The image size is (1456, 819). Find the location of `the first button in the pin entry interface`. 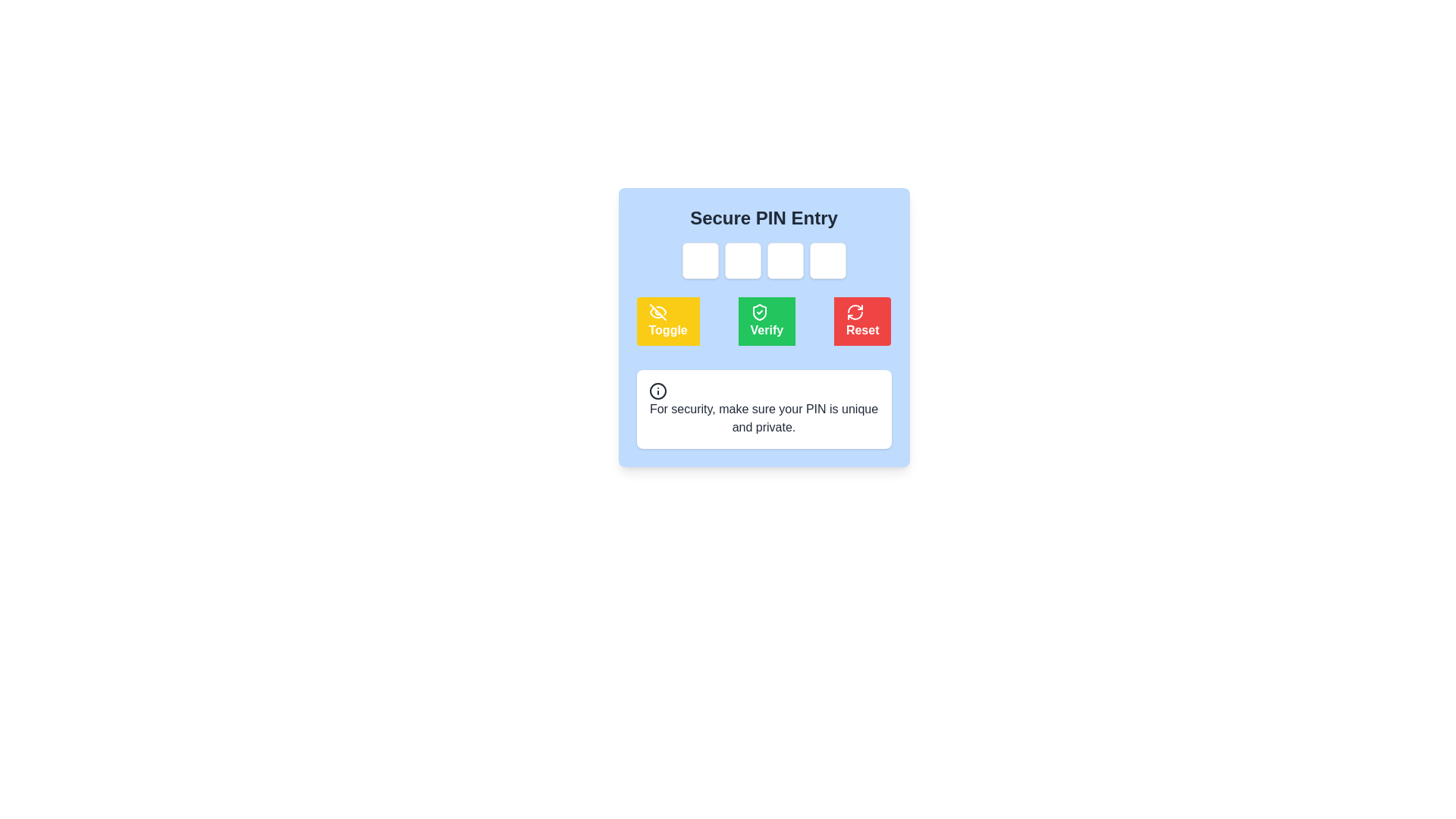

the first button in the pin entry interface is located at coordinates (667, 321).